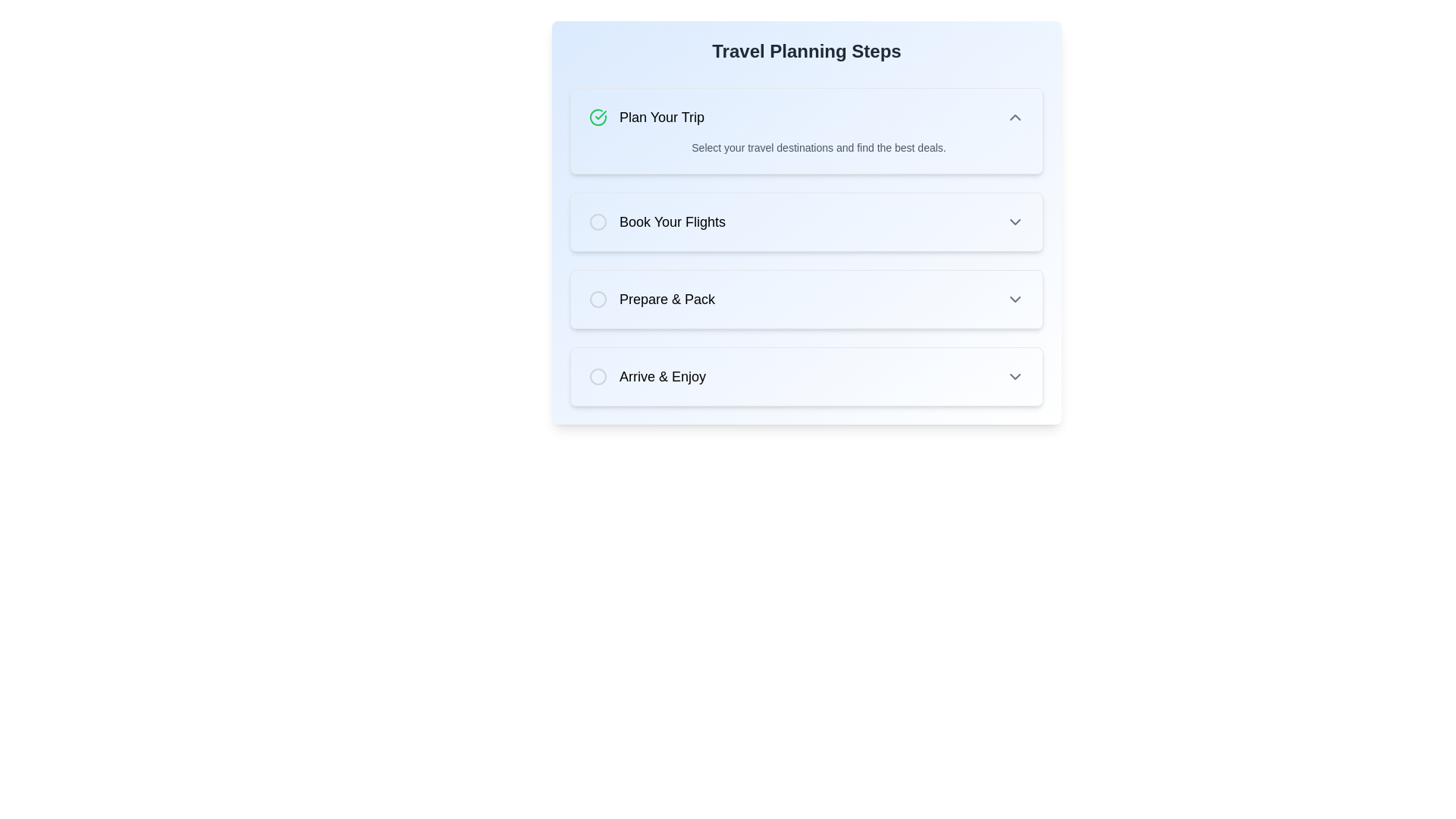 The image size is (1456, 819). Describe the element at coordinates (600, 114) in the screenshot. I see `the visual marker icon indicating successful completion of the 'Plan Your Trip' step, positioned to the left of the corresponding text` at that location.